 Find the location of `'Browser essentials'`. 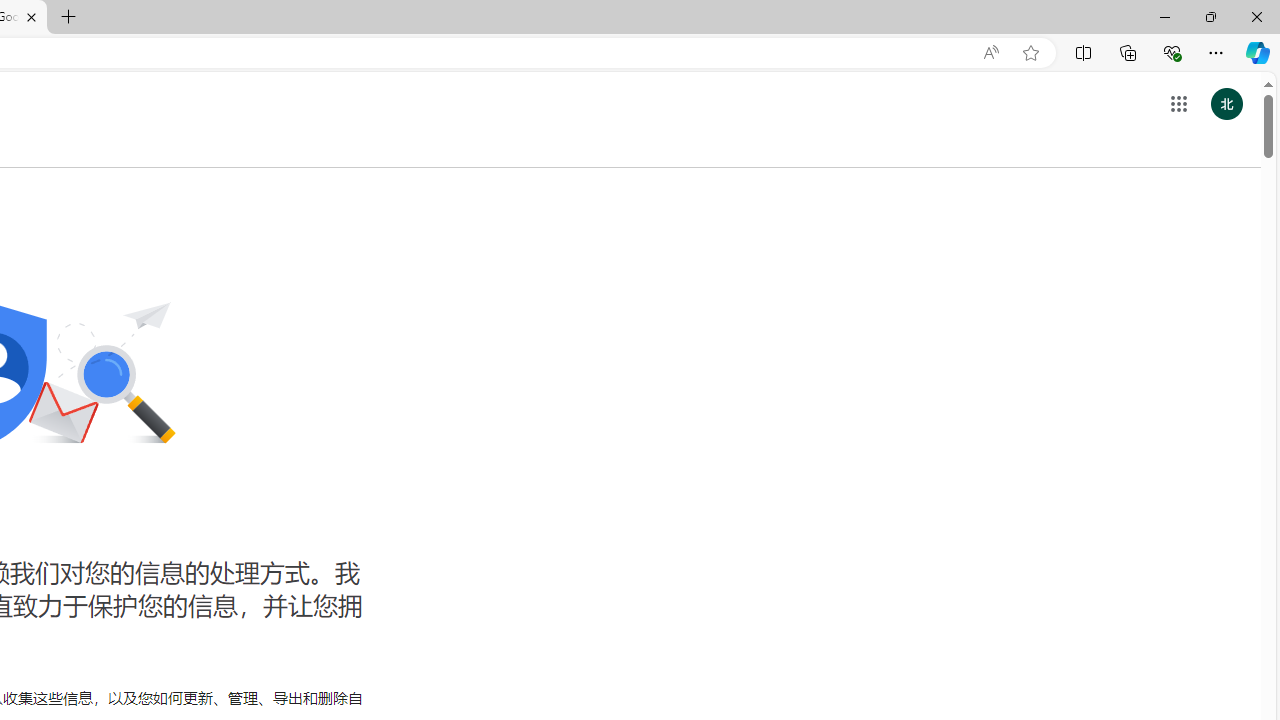

'Browser essentials' is located at coordinates (1171, 51).